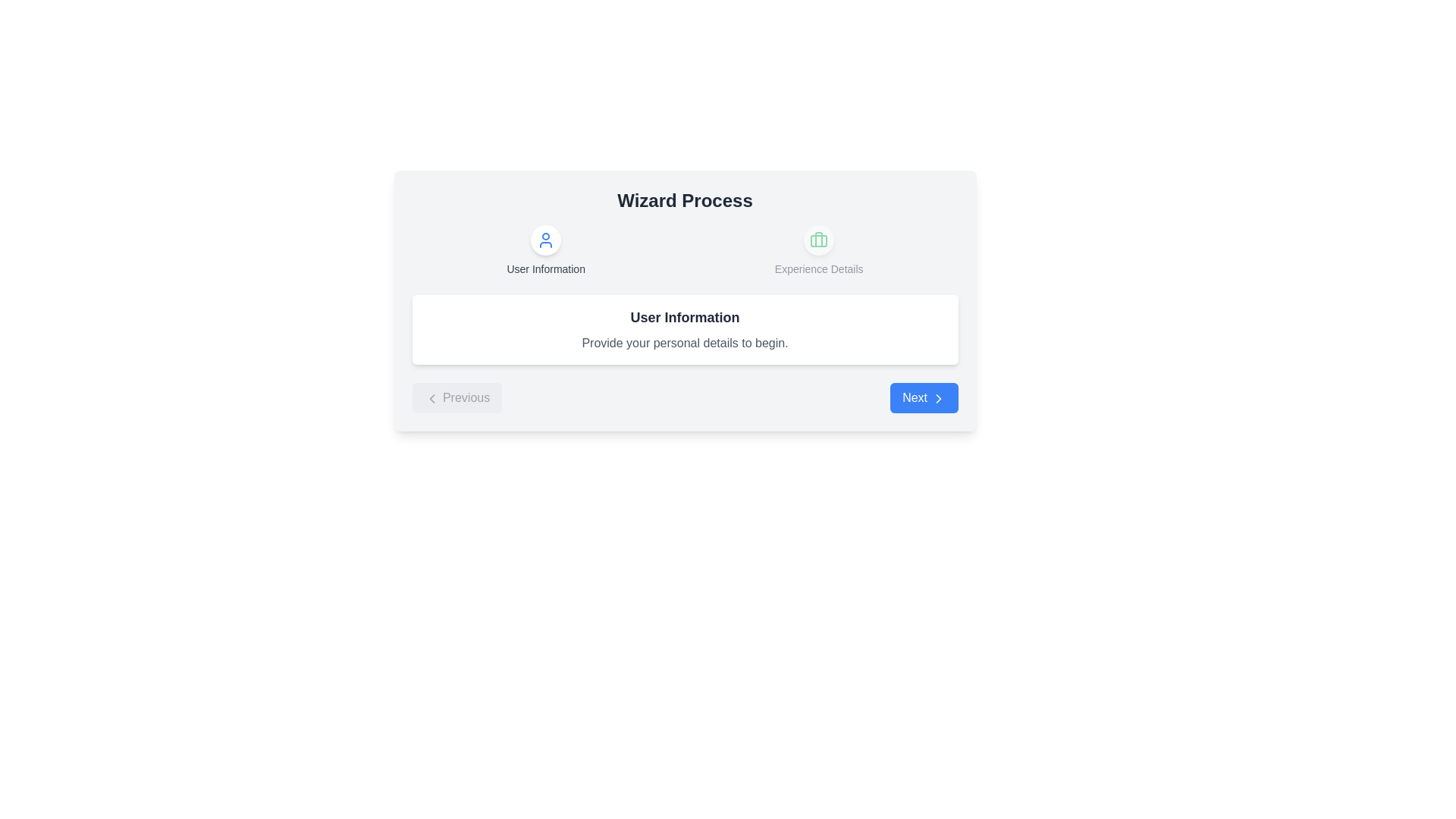  What do you see at coordinates (546, 239) in the screenshot?
I see `the 'User Information' icon located in the upper section of the interface, which visually represents the 'User Information' section within the 'Wizard Process' card` at bounding box center [546, 239].